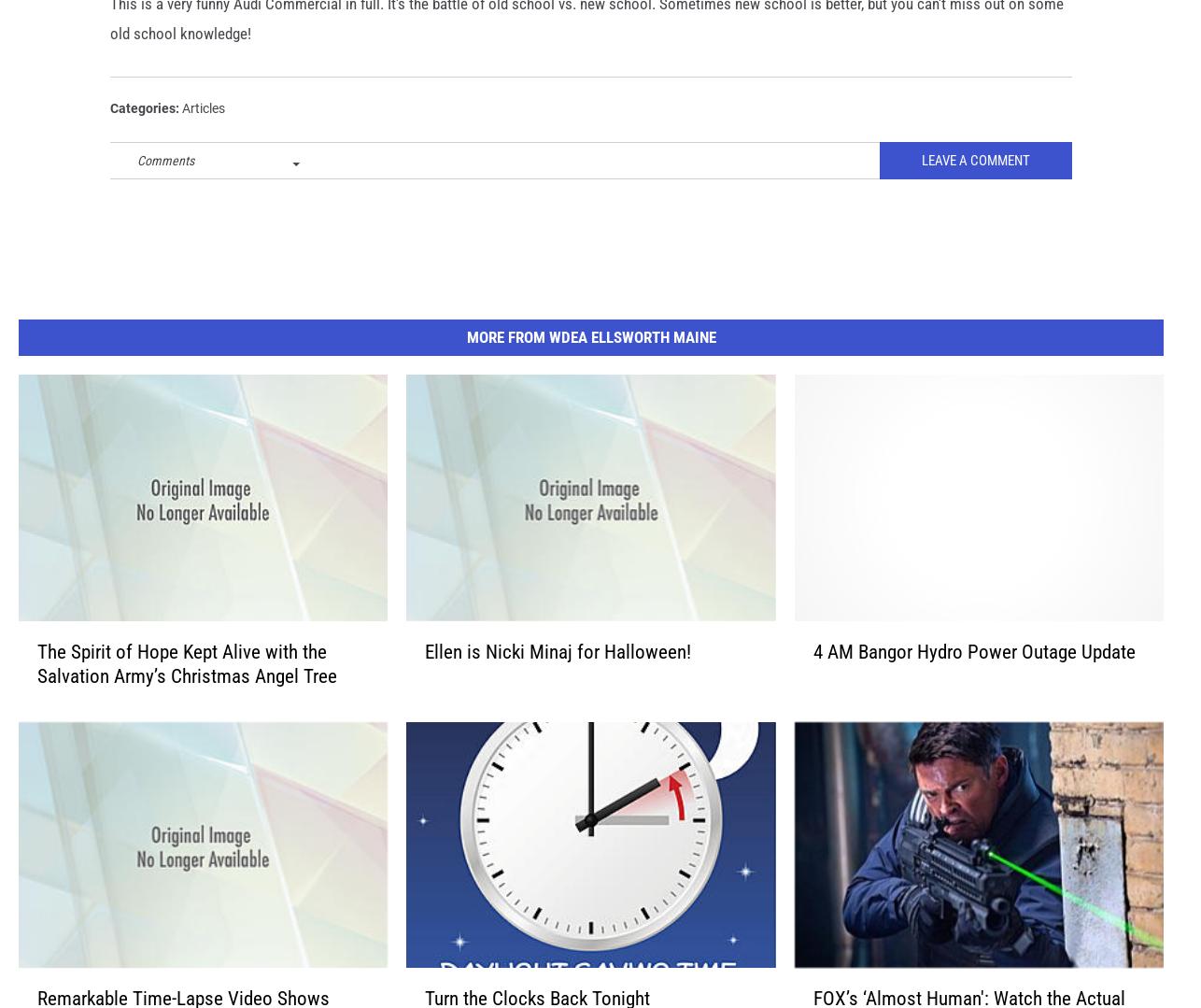  Describe the element at coordinates (203, 137) in the screenshot. I see `'Articles'` at that location.